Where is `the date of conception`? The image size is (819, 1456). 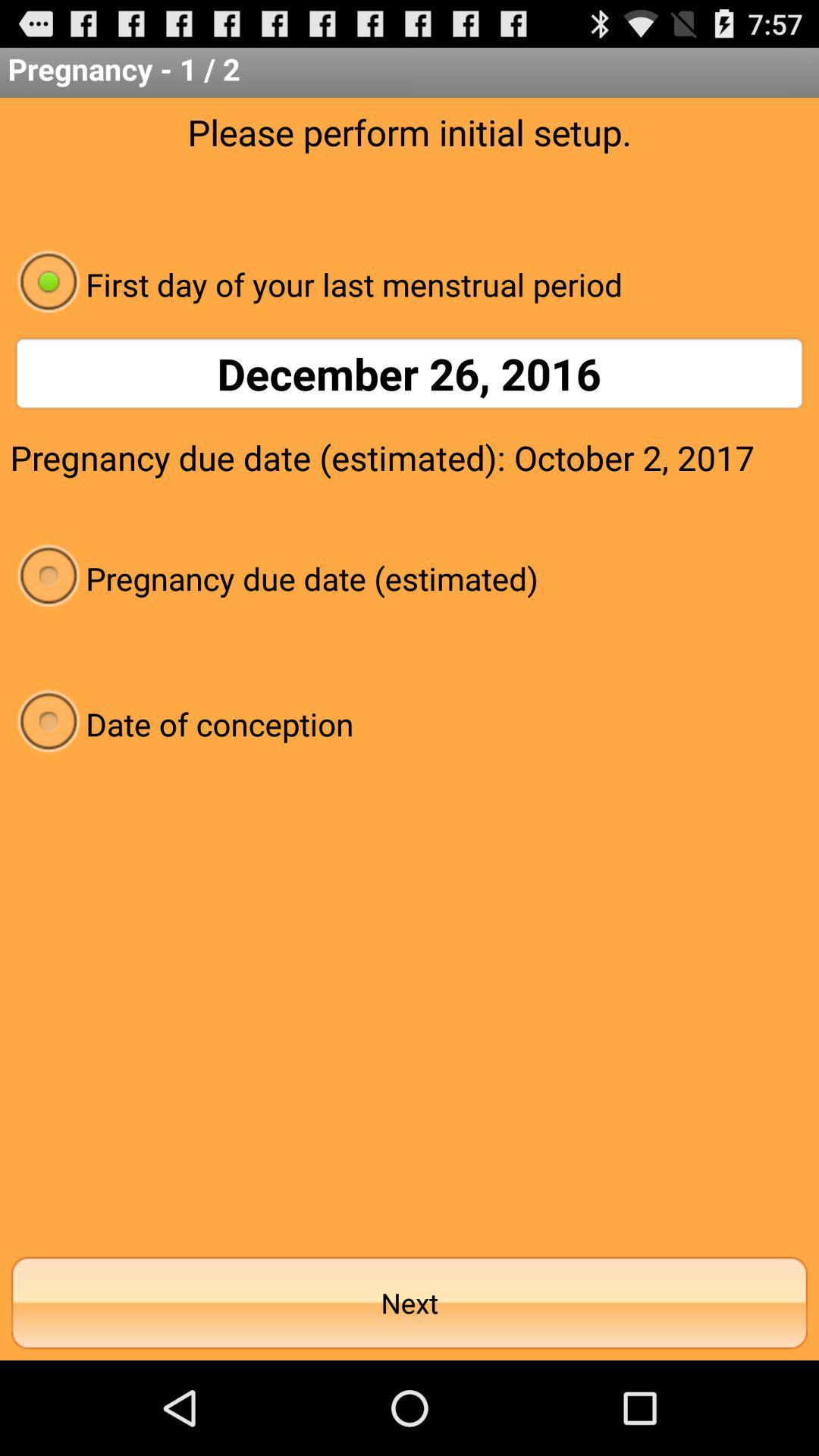 the date of conception is located at coordinates (409, 723).